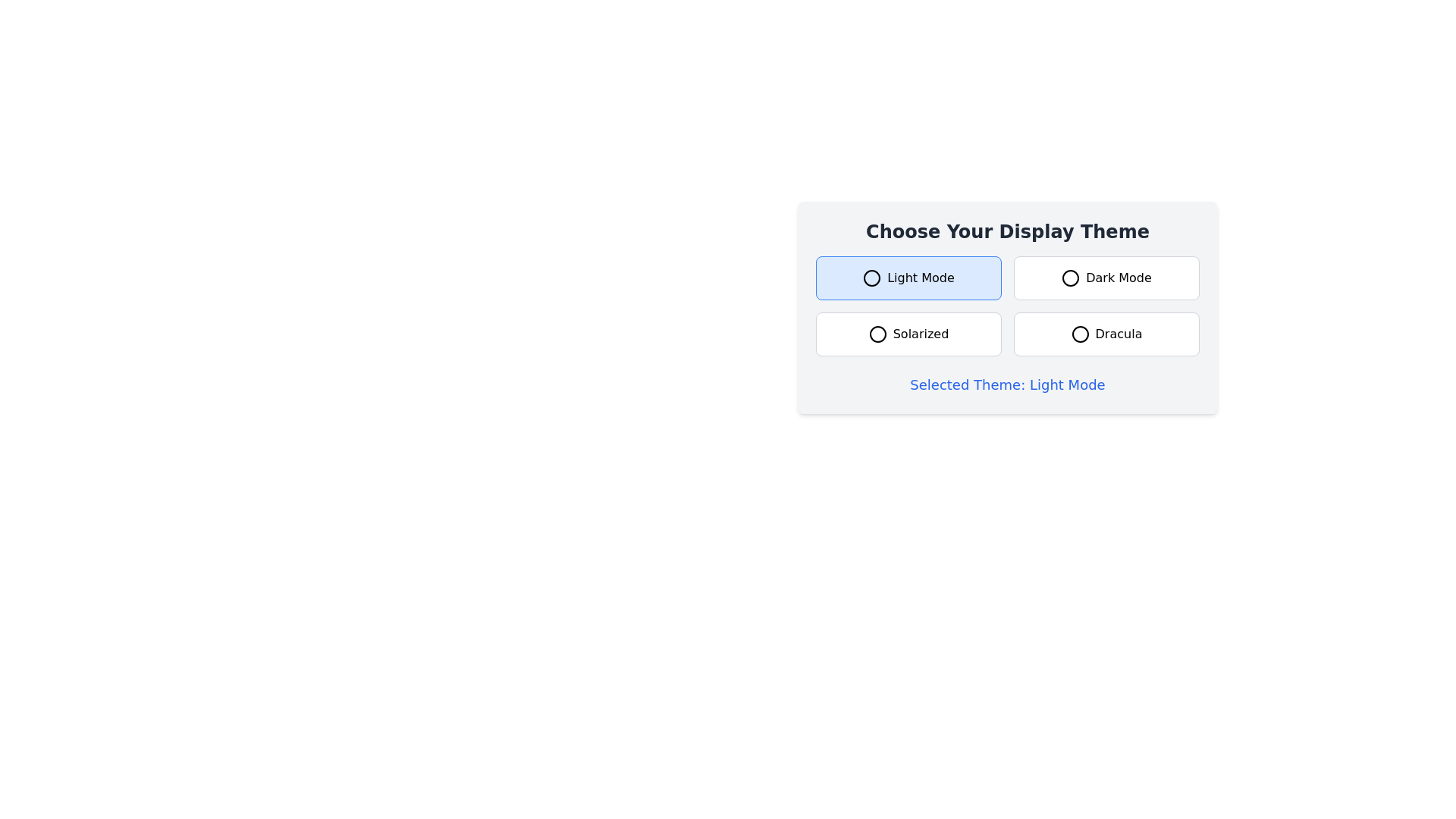 The width and height of the screenshot is (1456, 819). Describe the element at coordinates (908, 278) in the screenshot. I see `keyboard navigation` at that location.